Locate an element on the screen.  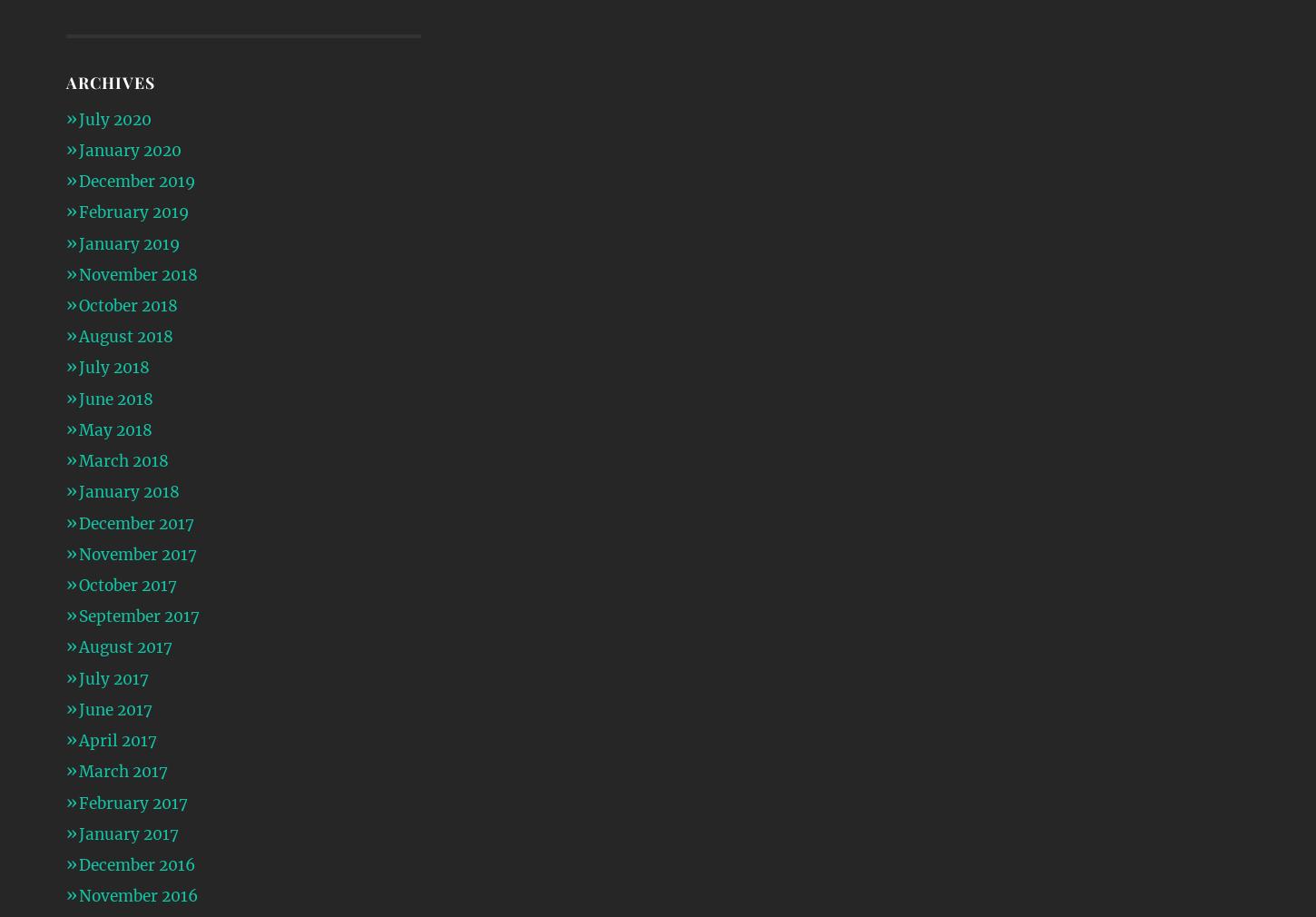
'July 2017' is located at coordinates (112, 676).